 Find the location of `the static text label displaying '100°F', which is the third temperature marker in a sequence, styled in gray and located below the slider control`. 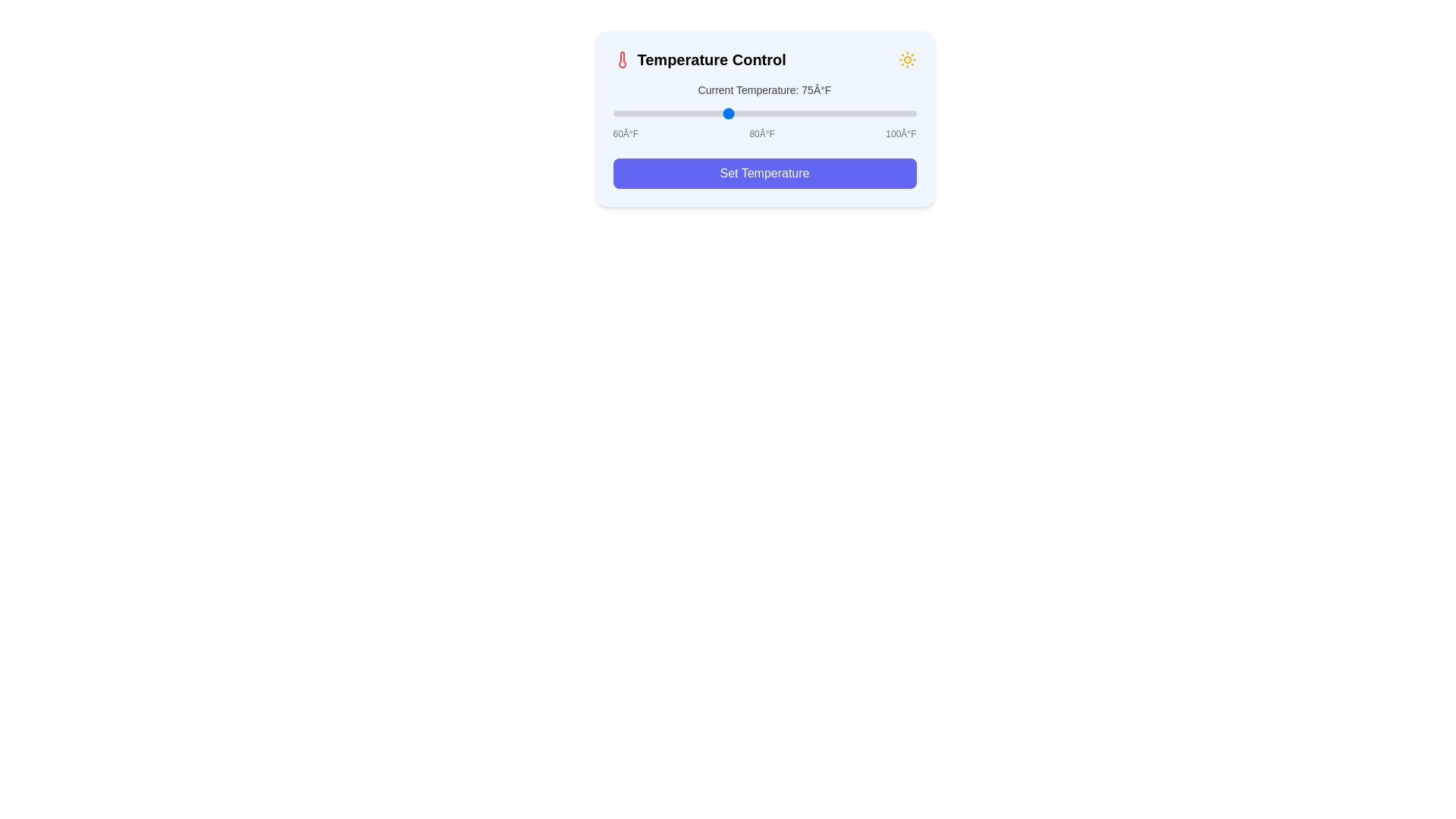

the static text label displaying '100°F', which is the third temperature marker in a sequence, styled in gray and located below the slider control is located at coordinates (901, 133).